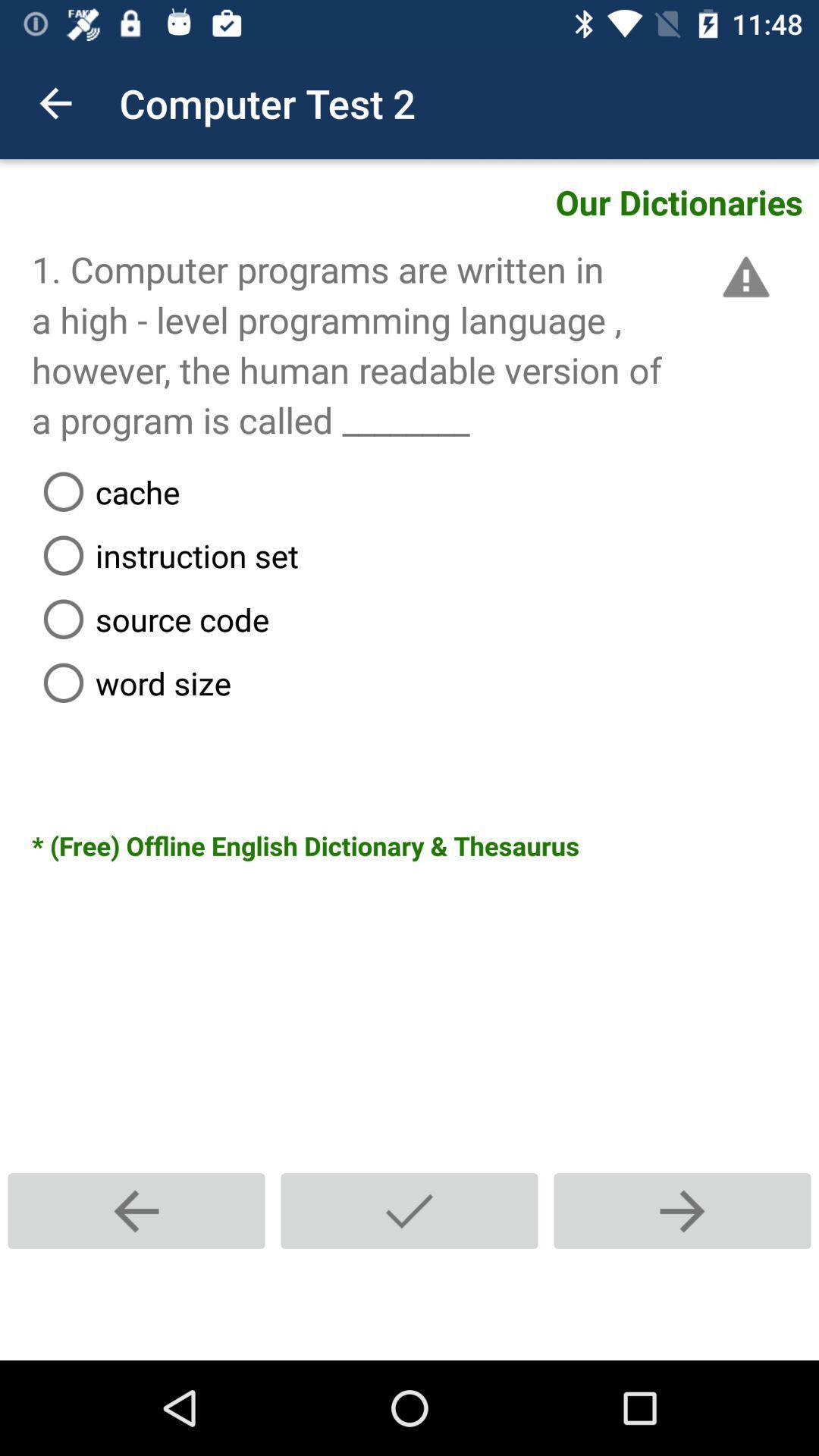  I want to click on icon at the bottom left corner, so click(136, 1210).